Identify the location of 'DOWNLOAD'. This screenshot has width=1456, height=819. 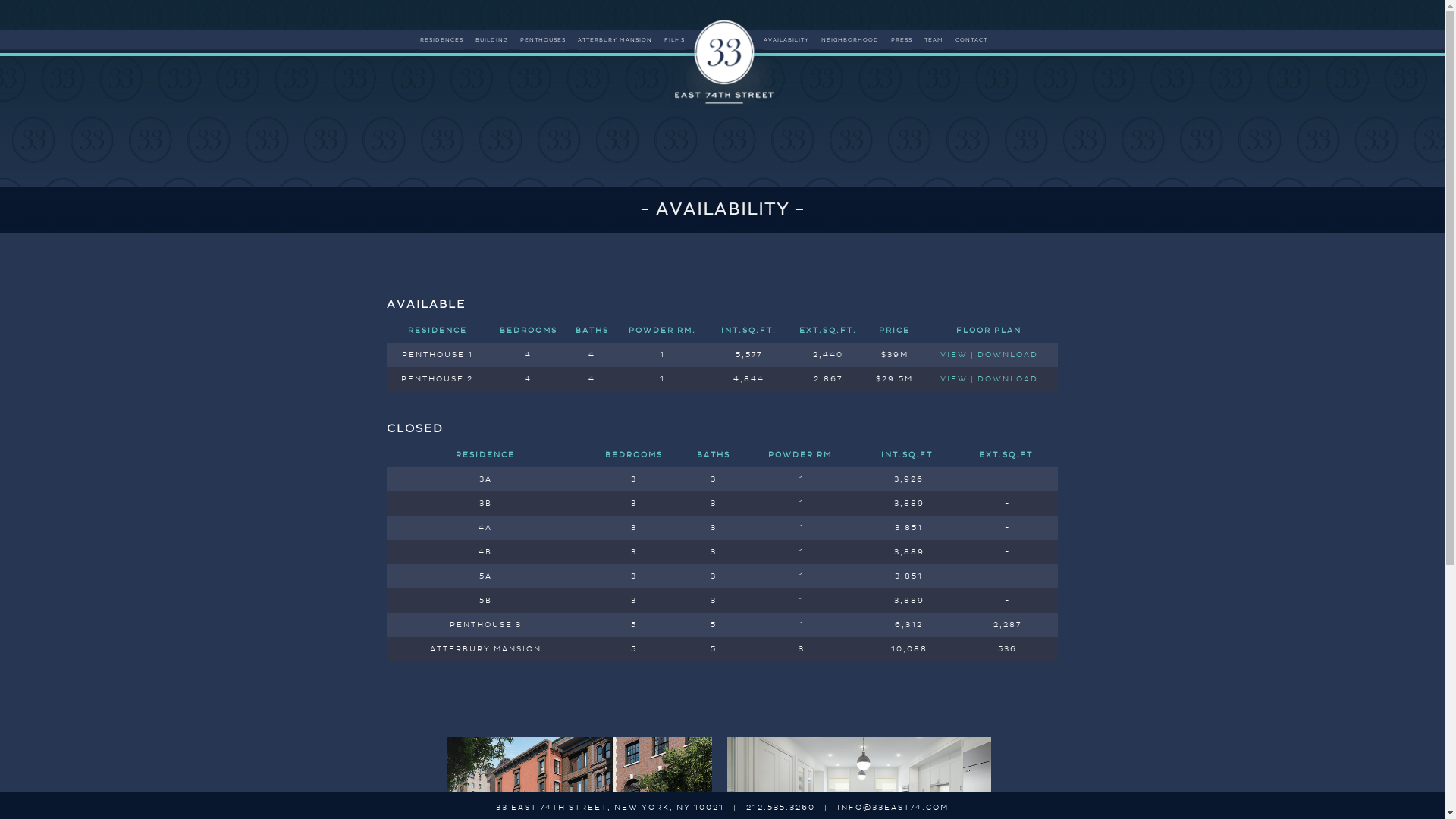
(1008, 354).